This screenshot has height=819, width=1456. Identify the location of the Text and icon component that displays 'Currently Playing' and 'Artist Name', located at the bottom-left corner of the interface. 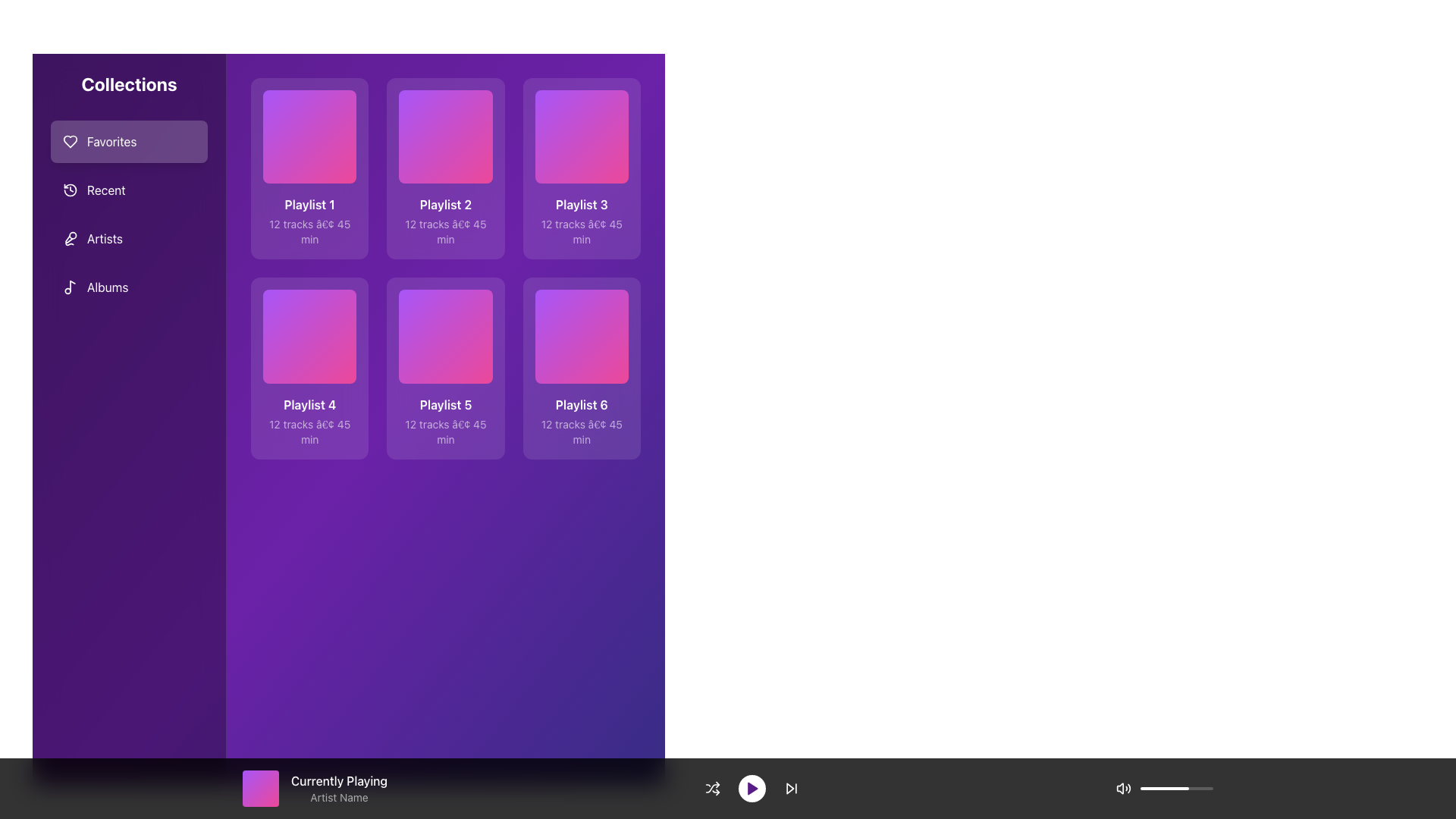
(314, 788).